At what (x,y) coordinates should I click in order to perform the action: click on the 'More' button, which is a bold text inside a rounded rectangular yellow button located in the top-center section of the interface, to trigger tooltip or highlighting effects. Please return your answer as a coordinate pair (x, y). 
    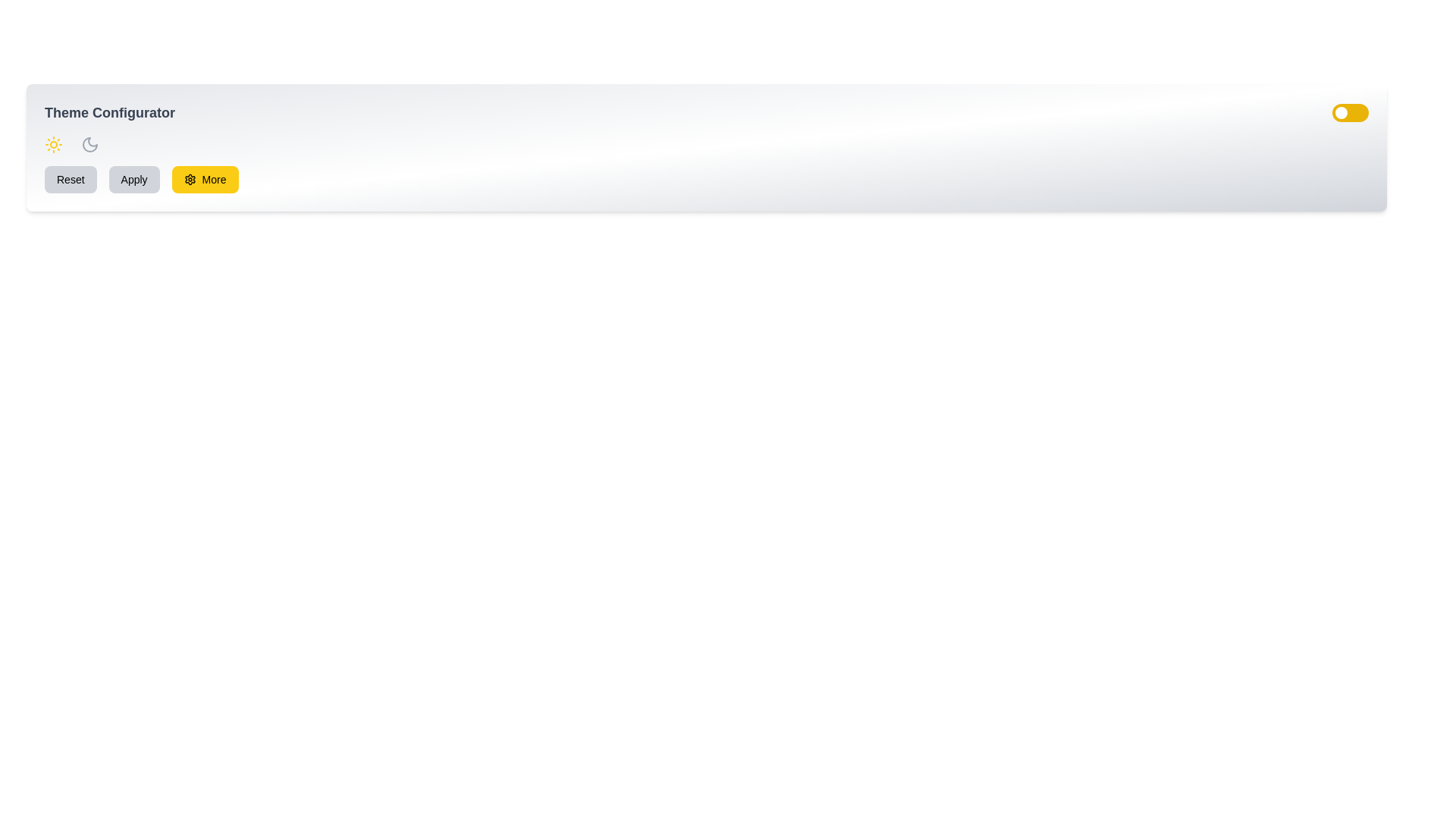
    Looking at the image, I should click on (213, 178).